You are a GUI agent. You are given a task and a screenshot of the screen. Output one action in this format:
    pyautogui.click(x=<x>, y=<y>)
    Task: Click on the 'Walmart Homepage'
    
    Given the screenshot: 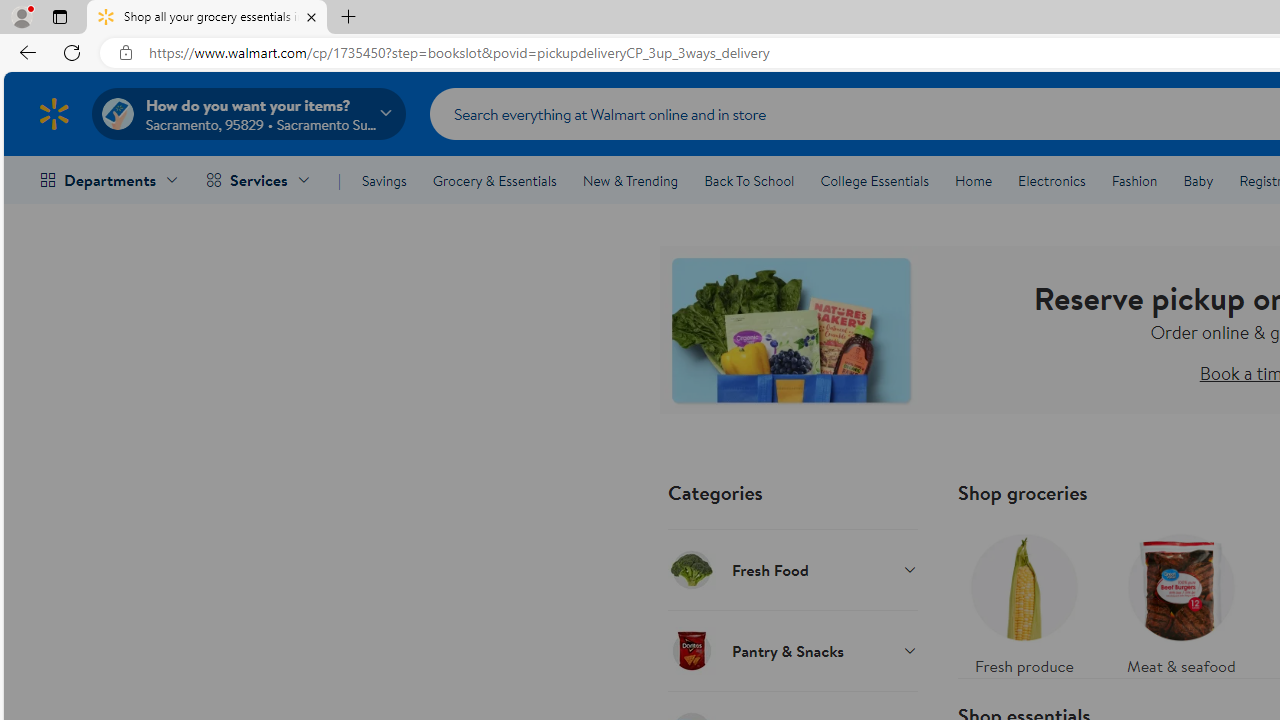 What is the action you would take?
    pyautogui.click(x=53, y=113)
    